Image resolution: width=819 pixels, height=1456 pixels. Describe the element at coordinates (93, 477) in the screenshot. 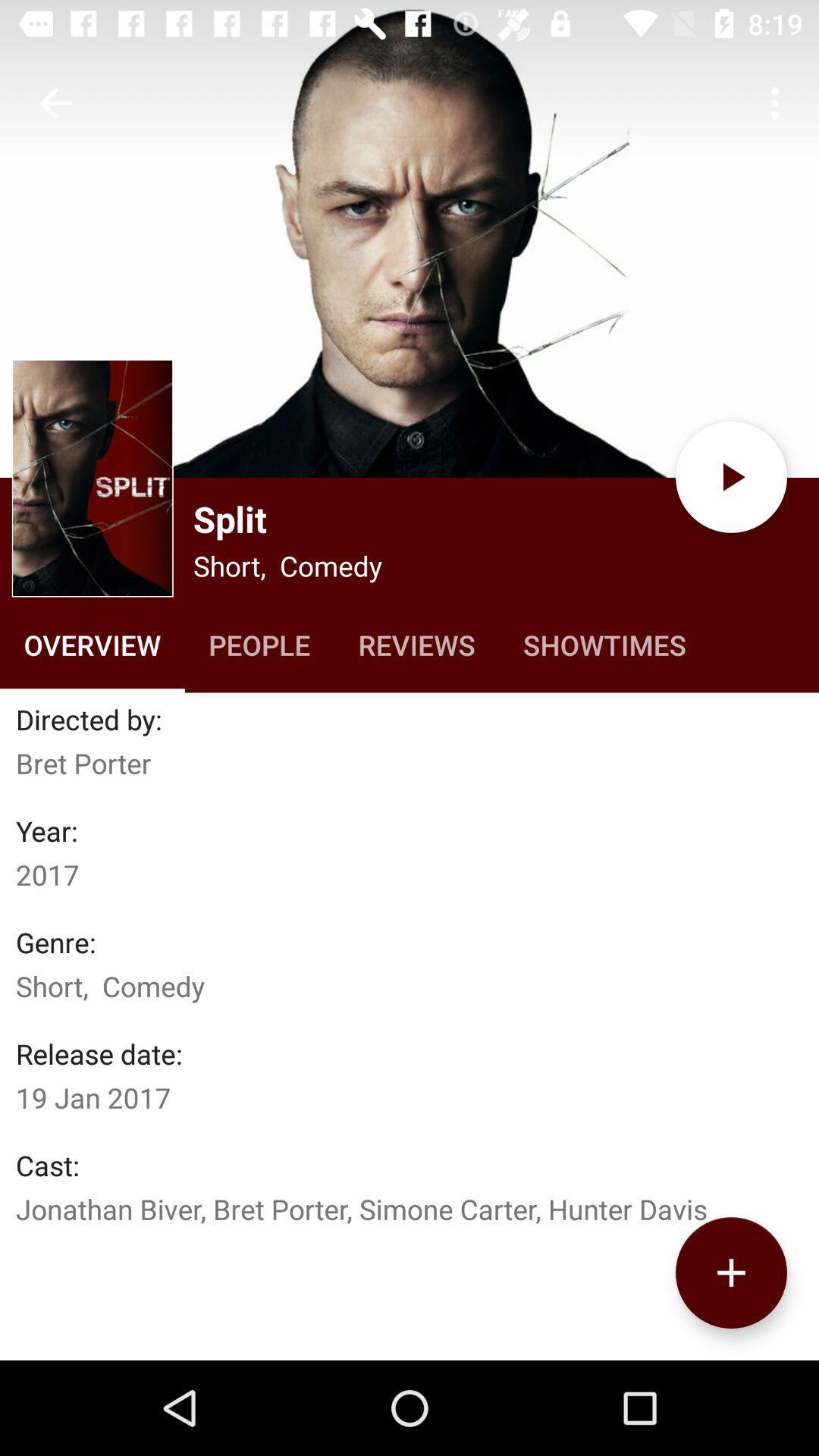

I see `open image` at that location.